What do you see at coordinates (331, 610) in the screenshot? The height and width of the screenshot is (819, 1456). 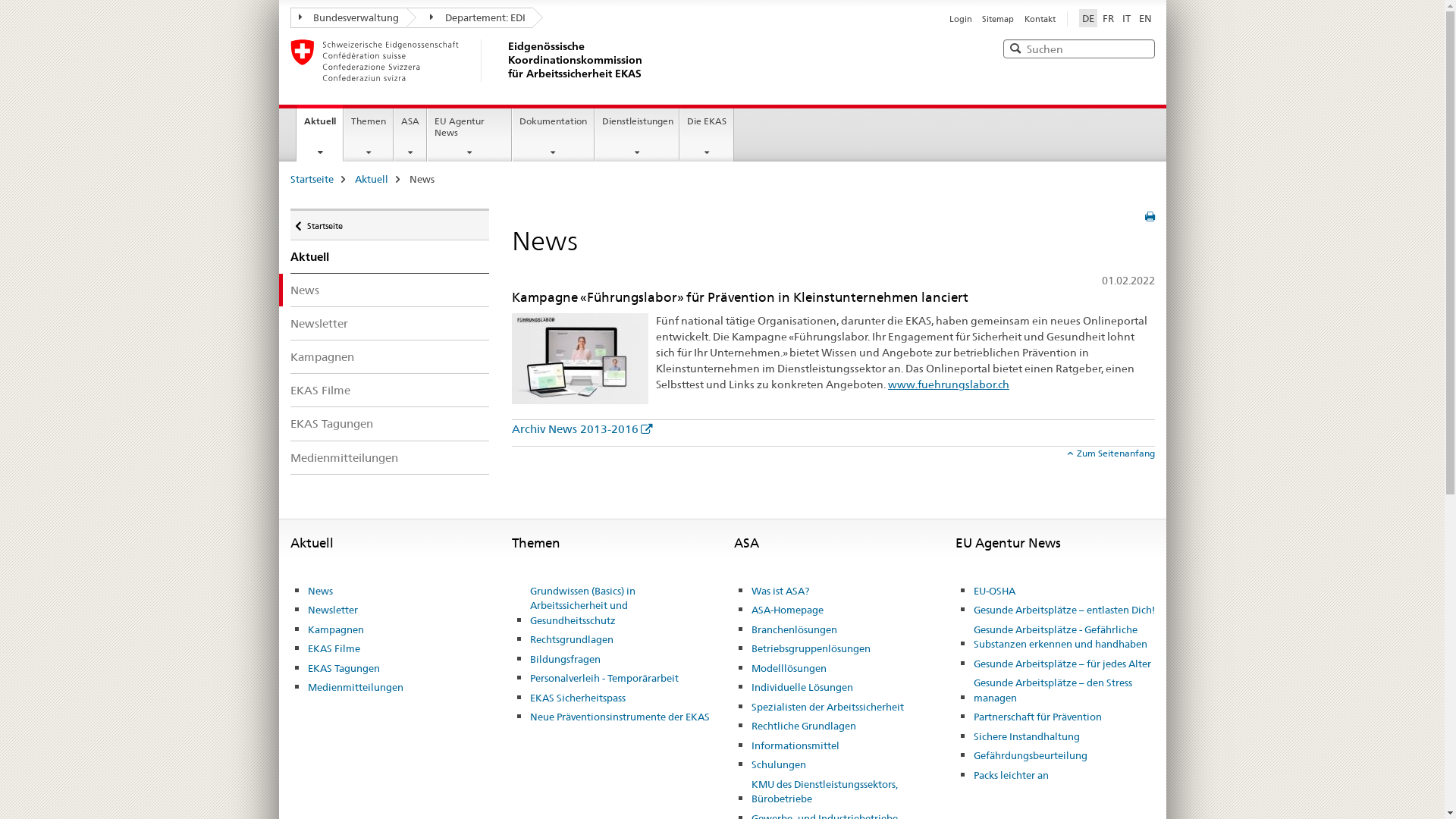 I see `'Newsletter'` at bounding box center [331, 610].